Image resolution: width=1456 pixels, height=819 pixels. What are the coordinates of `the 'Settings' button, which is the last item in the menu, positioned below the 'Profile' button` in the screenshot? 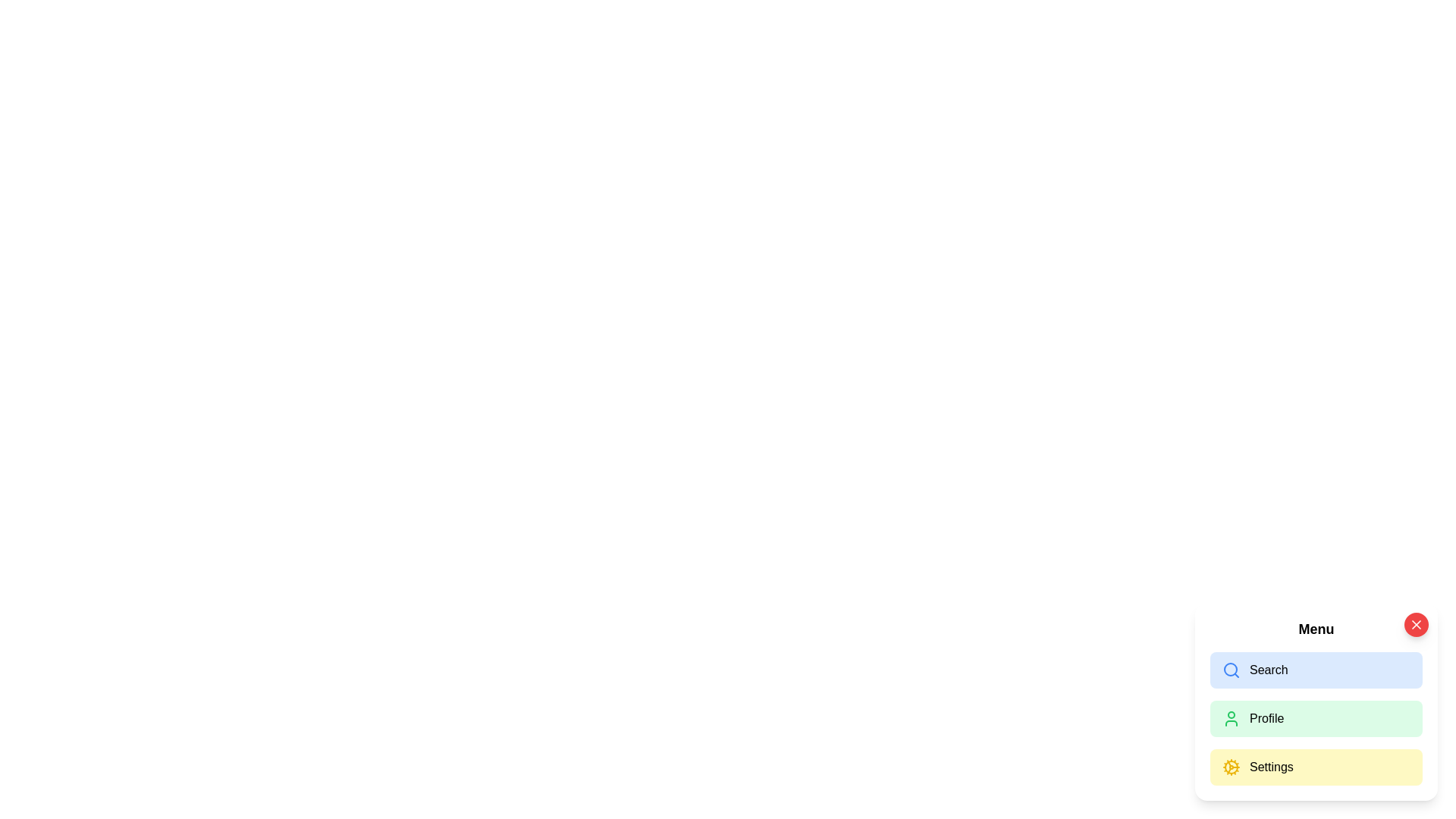 It's located at (1316, 767).